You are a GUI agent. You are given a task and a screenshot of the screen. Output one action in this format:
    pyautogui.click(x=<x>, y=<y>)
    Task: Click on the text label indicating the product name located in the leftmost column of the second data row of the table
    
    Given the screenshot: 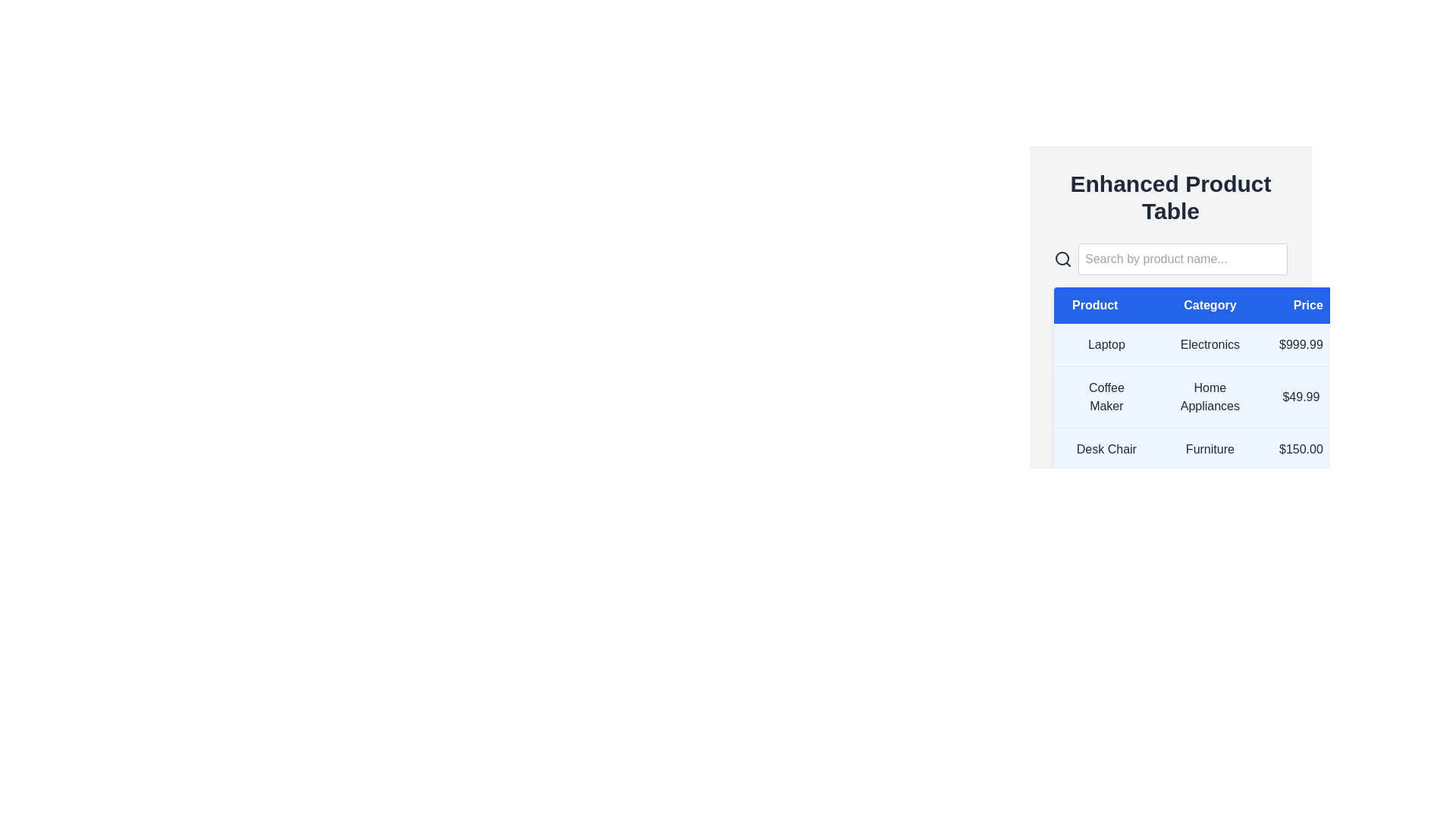 What is the action you would take?
    pyautogui.click(x=1106, y=397)
    